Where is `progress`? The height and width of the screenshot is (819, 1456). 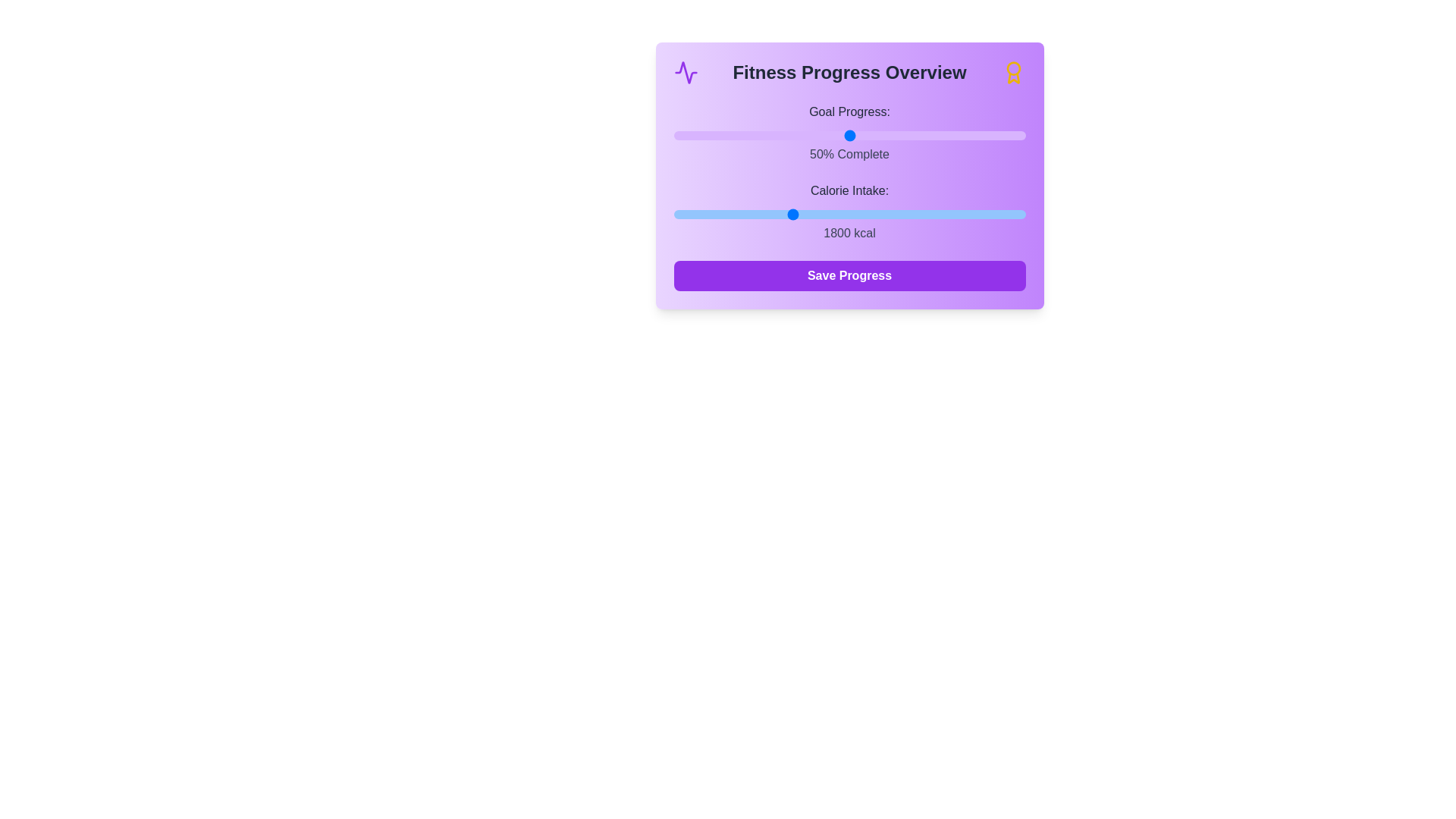 progress is located at coordinates (751, 134).